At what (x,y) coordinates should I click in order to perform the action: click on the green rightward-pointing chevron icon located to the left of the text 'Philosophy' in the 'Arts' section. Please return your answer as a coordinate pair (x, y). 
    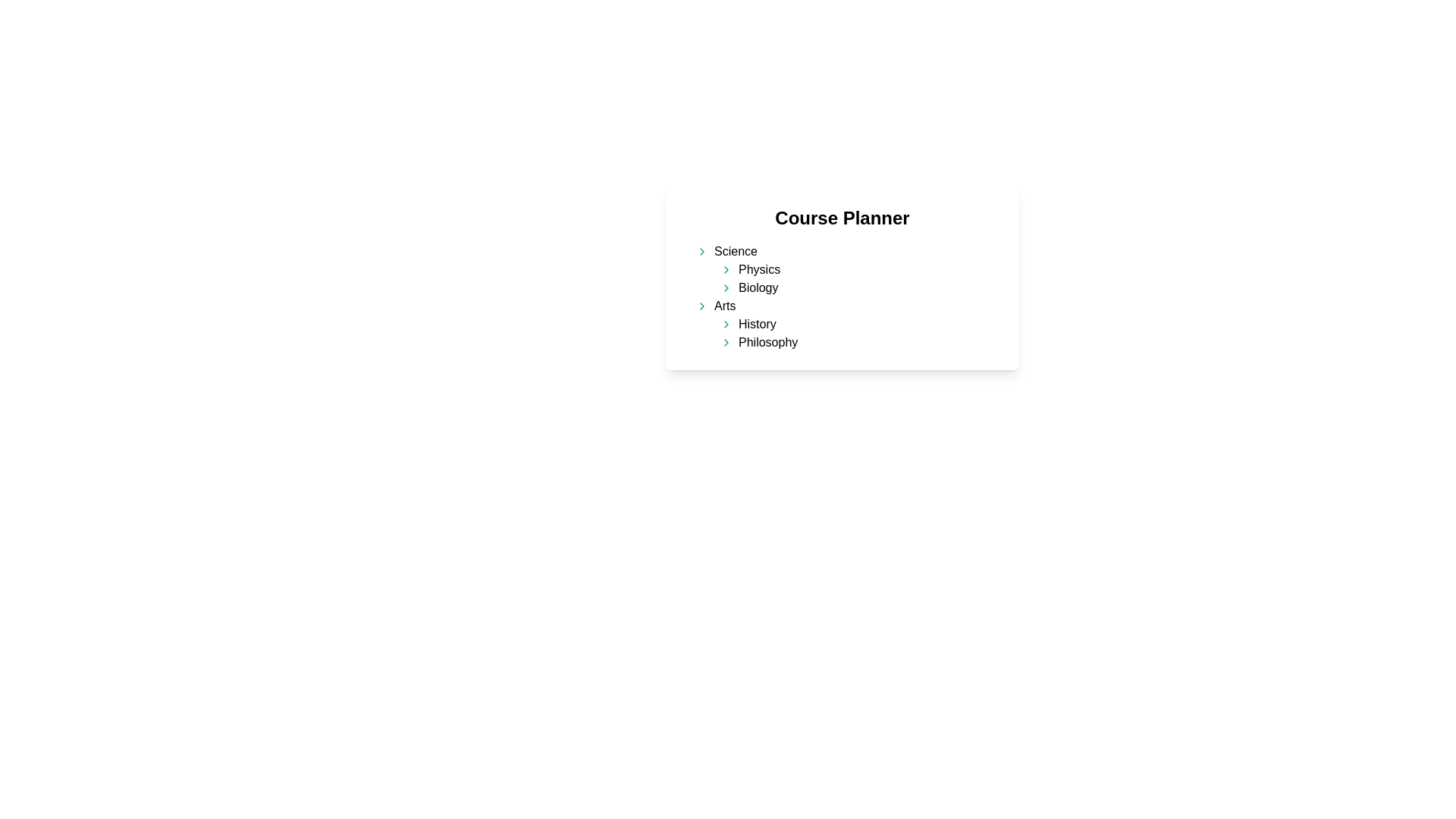
    Looking at the image, I should click on (726, 342).